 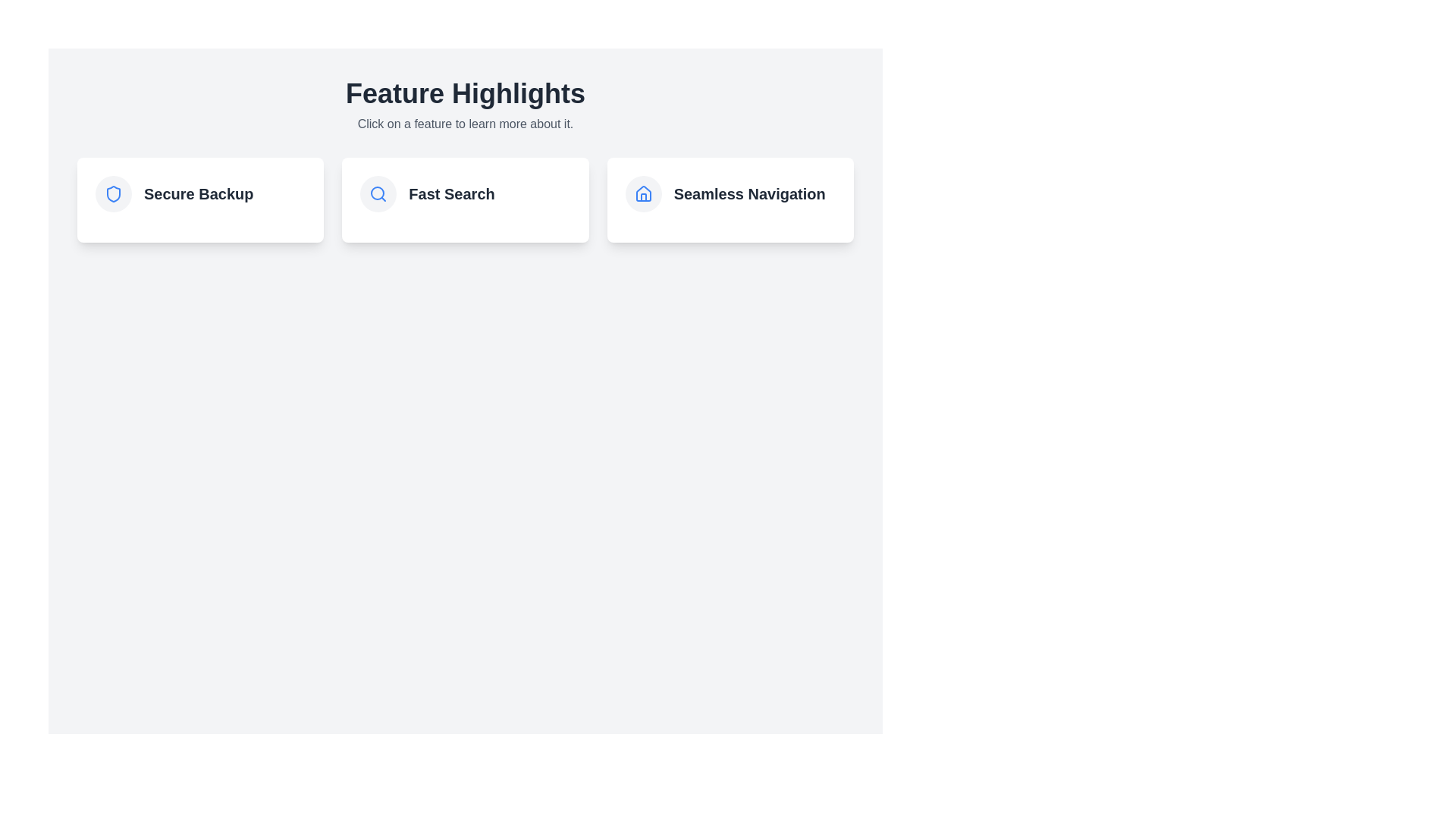 What do you see at coordinates (198, 193) in the screenshot?
I see `text label displaying 'Secure Backup', which is bold and positioned within a white card, adjacent to a shield icon` at bounding box center [198, 193].